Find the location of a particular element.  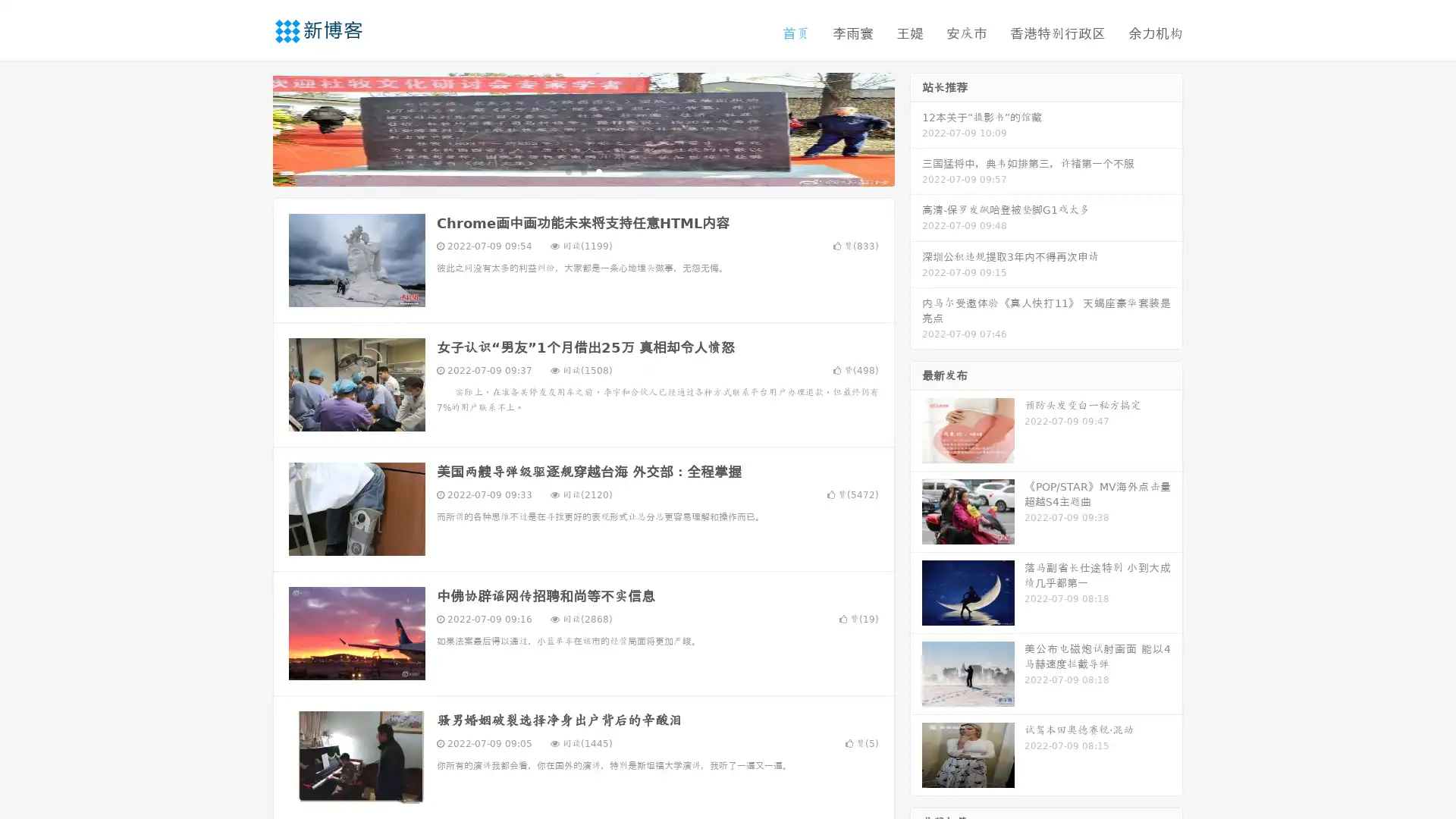

Go to slide 3 is located at coordinates (598, 171).